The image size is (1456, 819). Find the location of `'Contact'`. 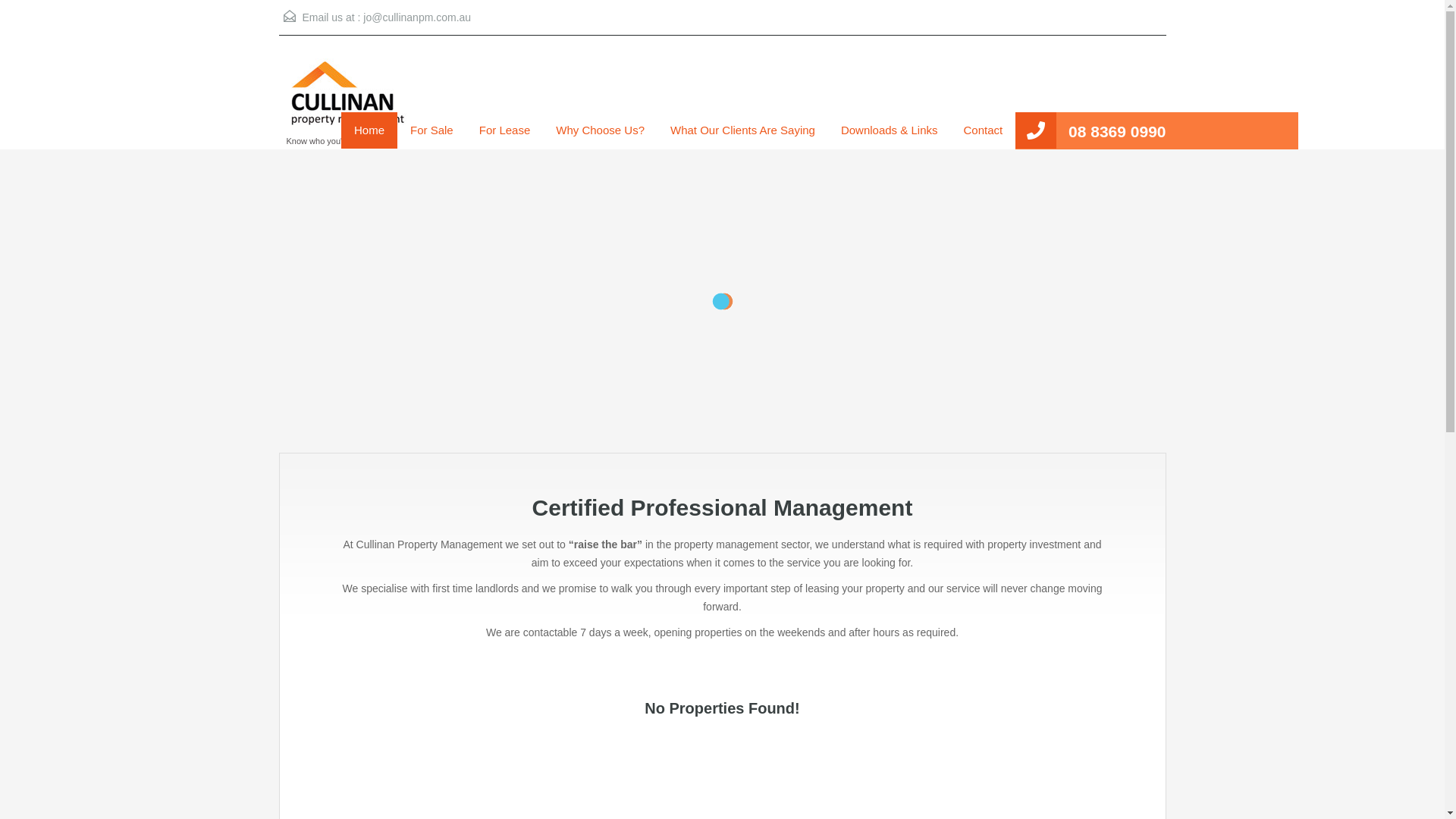

'Contact' is located at coordinates (983, 130).